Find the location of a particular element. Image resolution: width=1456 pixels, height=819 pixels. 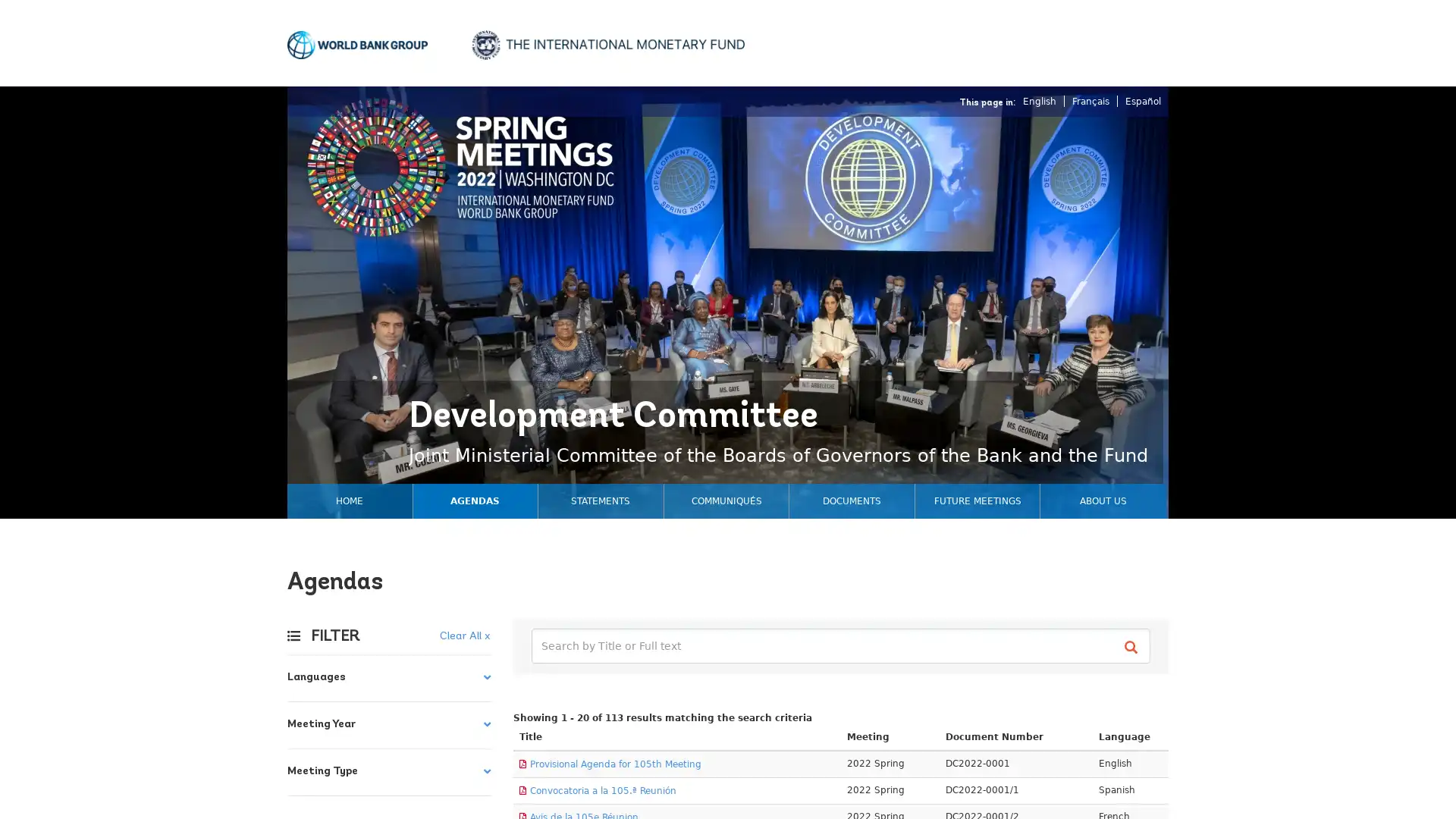

Languages is located at coordinates (389, 677).